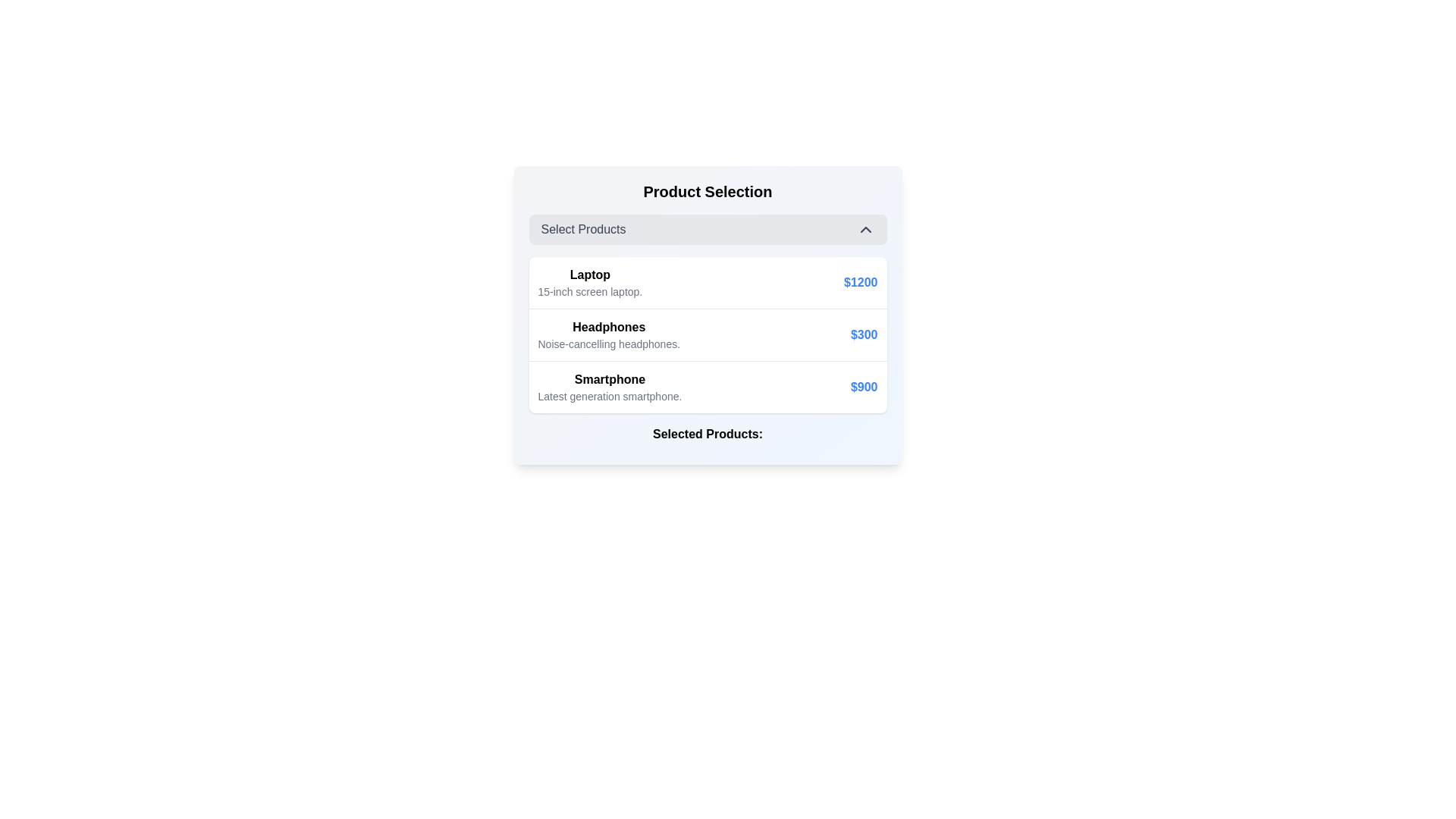 The image size is (1456, 819). I want to click on the List item displaying 'Headphones' with the description 'Noise-cancelling headphones.' and price '$300', so click(707, 334).